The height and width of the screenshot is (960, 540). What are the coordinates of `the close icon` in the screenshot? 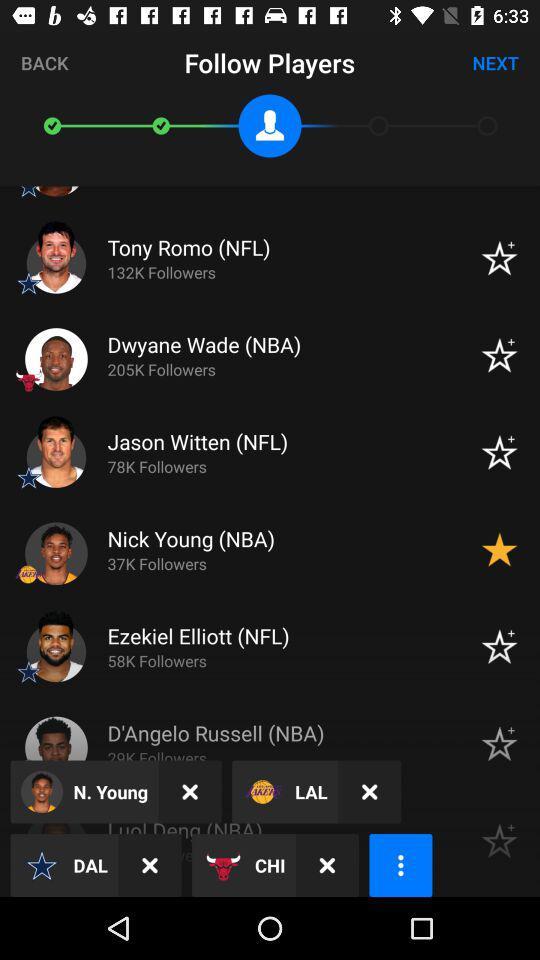 It's located at (190, 792).